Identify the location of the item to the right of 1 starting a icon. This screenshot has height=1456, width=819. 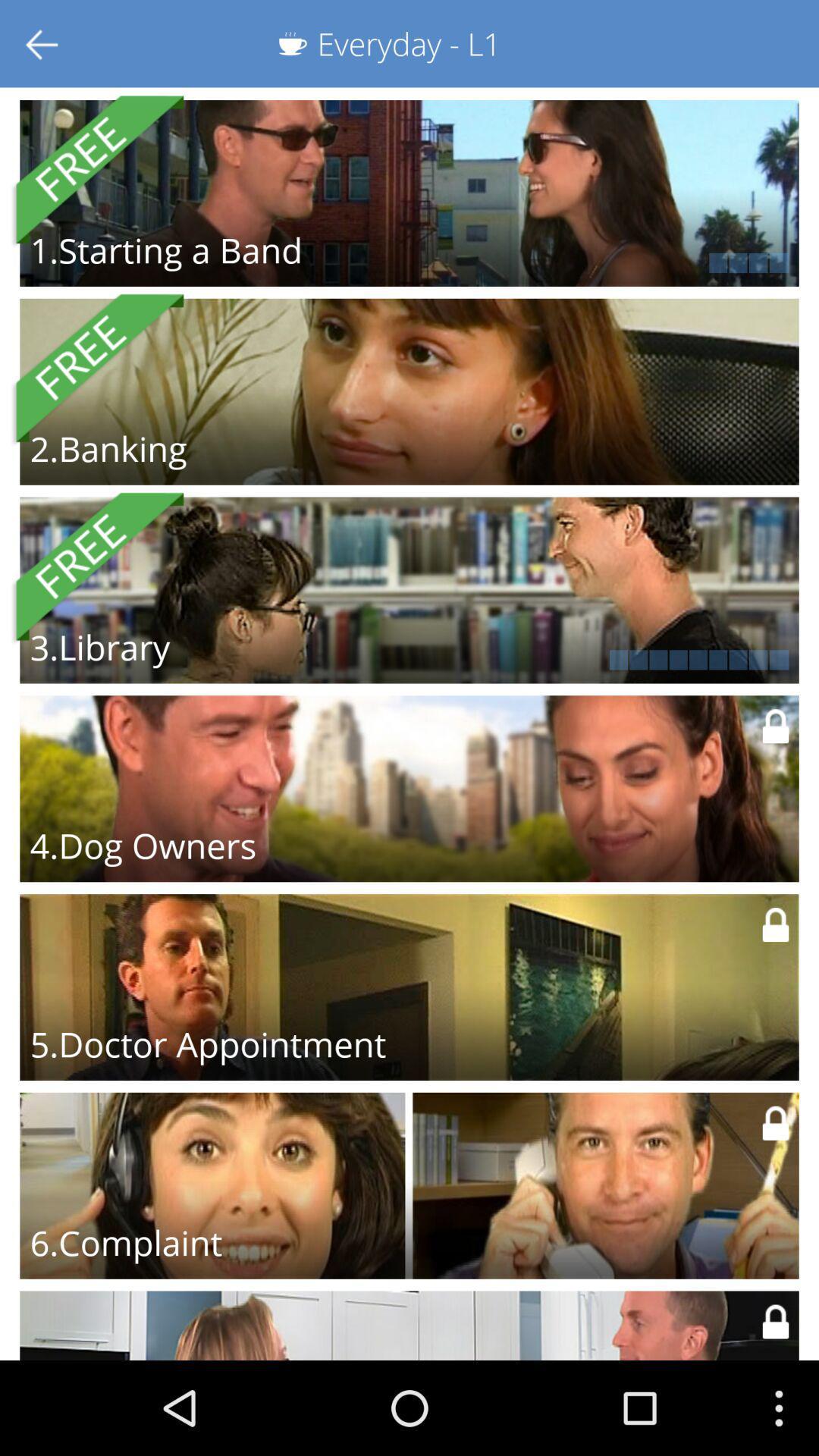
(607, 262).